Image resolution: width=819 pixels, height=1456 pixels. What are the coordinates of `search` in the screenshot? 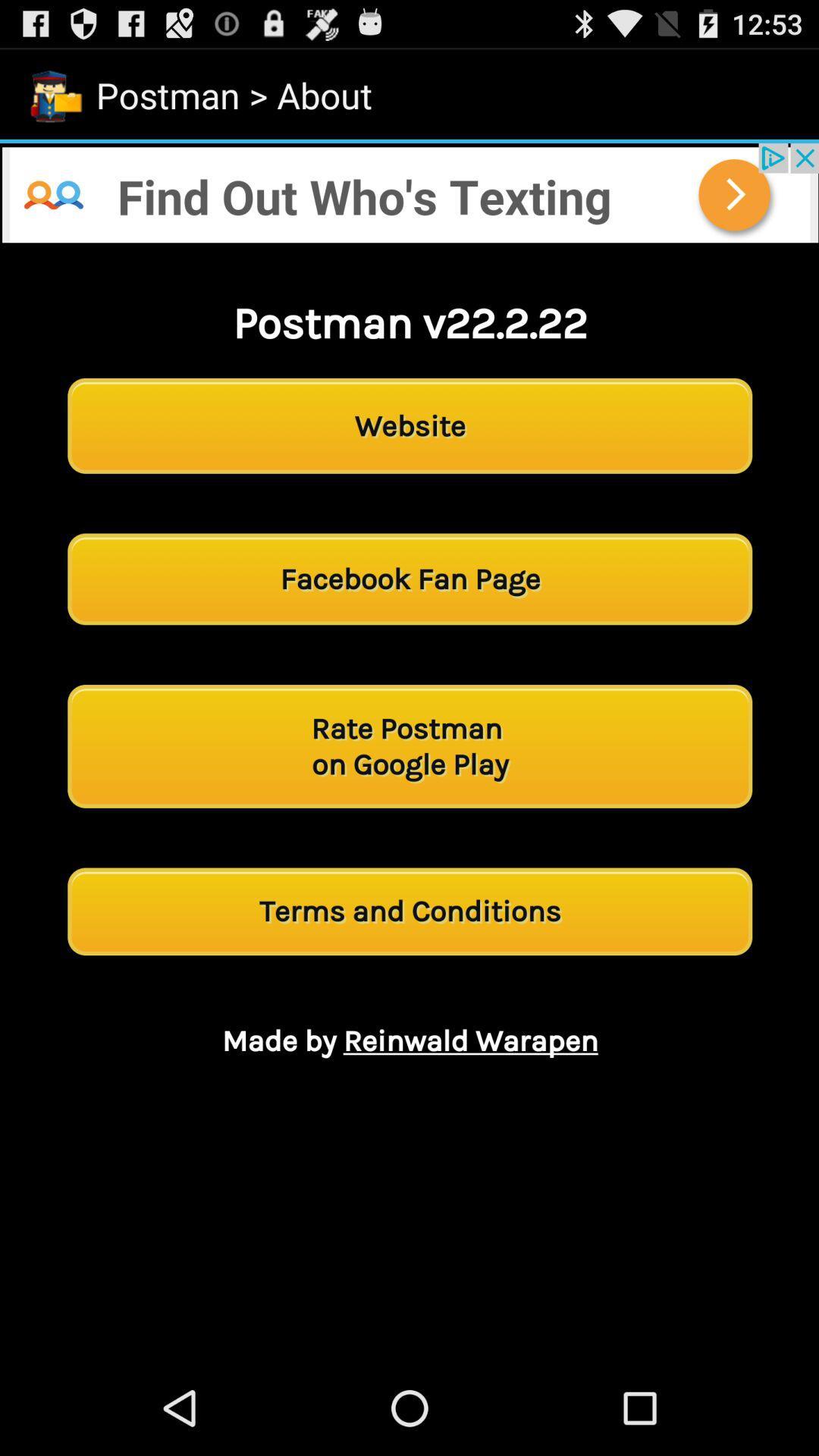 It's located at (409, 192).